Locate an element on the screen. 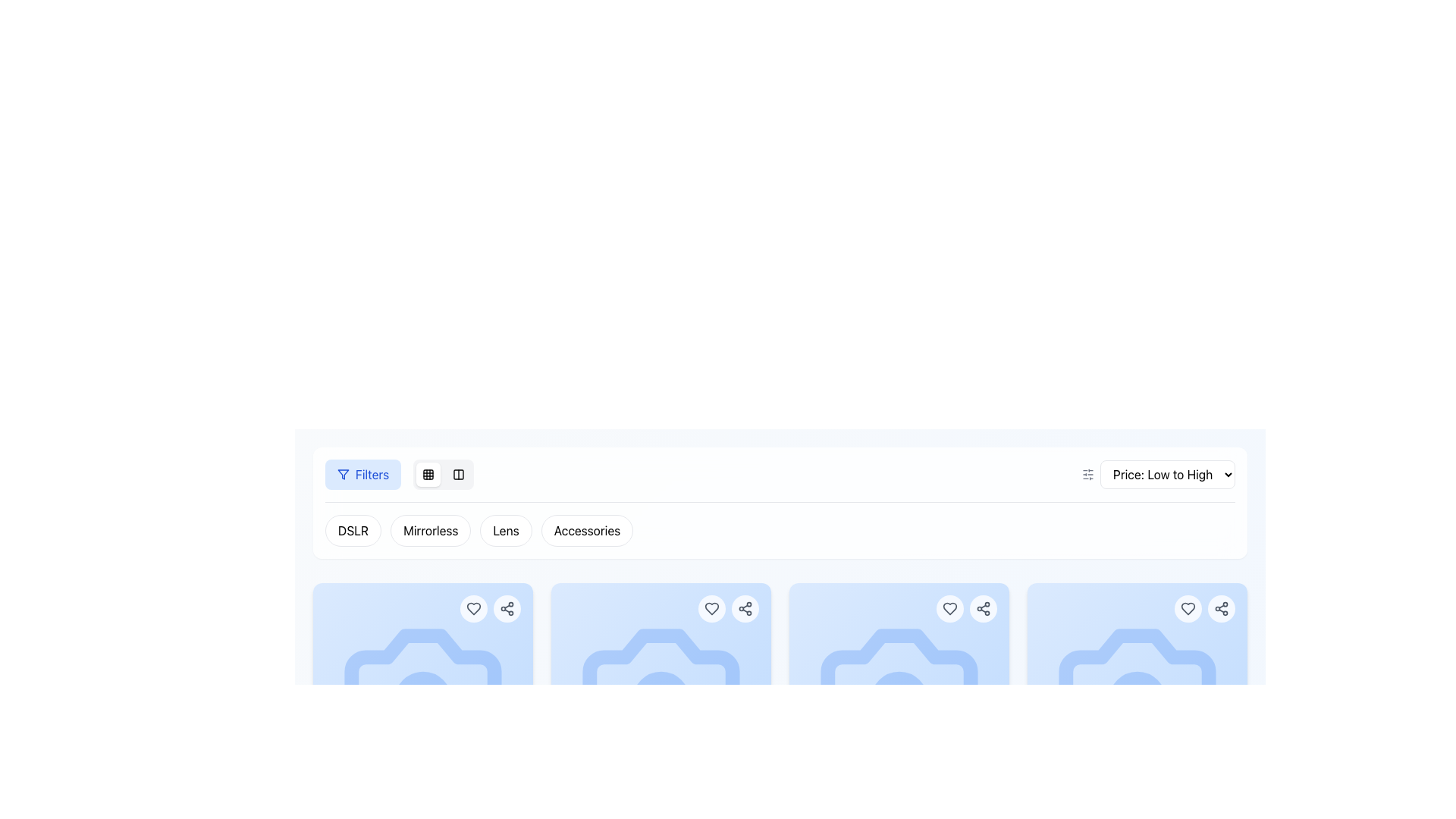 The image size is (1456, 819). the circular icon button with a share icon in the top-right corner of the card item to observe the hover effect is located at coordinates (983, 607).